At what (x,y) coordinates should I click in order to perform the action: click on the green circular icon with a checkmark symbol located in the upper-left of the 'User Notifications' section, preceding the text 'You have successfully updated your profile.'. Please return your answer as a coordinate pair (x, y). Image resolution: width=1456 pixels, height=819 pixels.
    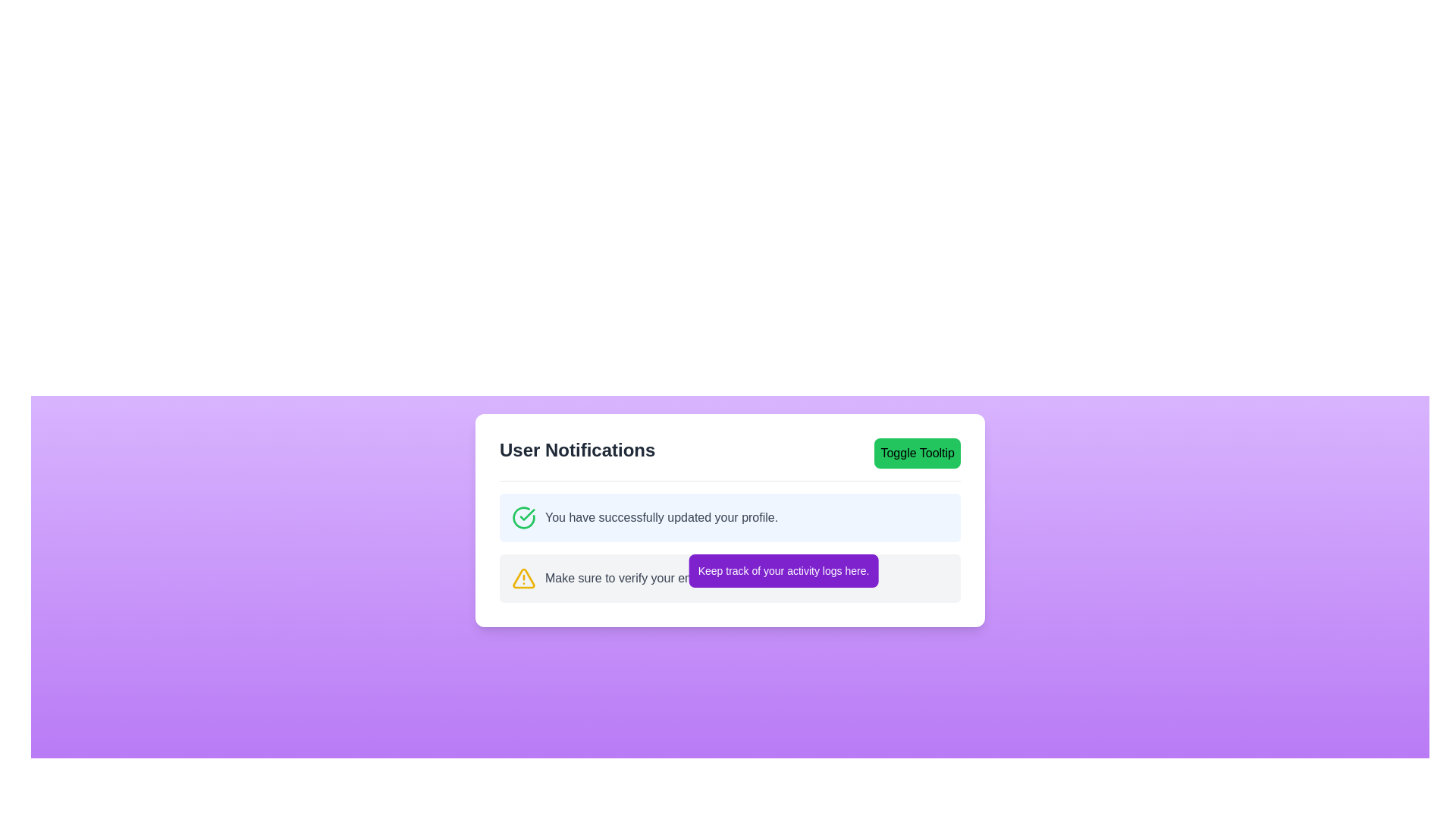
    Looking at the image, I should click on (524, 516).